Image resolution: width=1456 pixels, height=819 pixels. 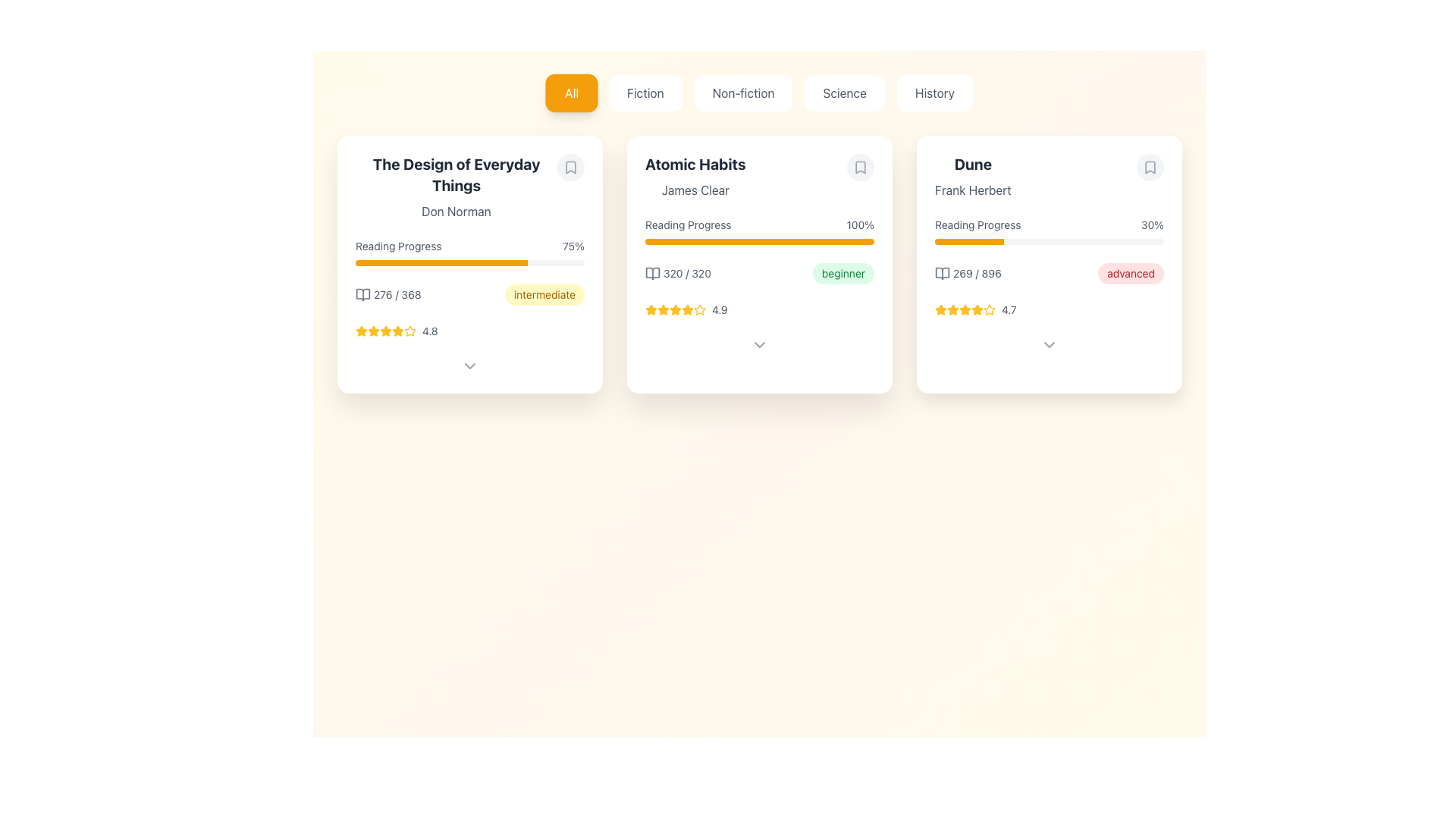 I want to click on the static text label that serves as a context label for the progress bar in the 'Atomic Habits' card interface, which is located in the second column of a three-column grid of book cards, so click(x=687, y=225).